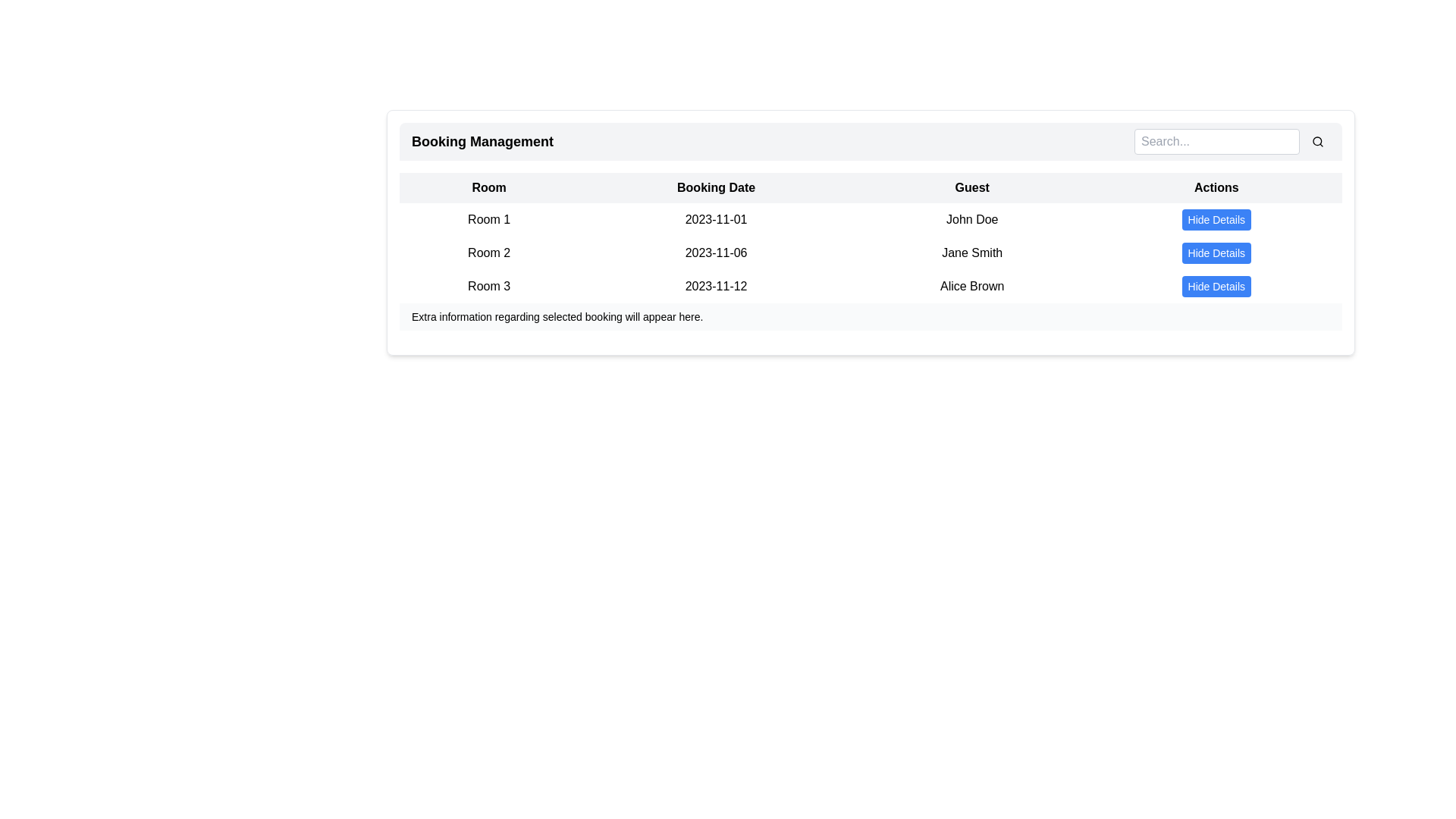 This screenshot has height=819, width=1456. I want to click on the 'Guest' header label in the table, which is bold and prominently displayed in the third column of the header row, visually separated by a light gray background, so click(972, 187).